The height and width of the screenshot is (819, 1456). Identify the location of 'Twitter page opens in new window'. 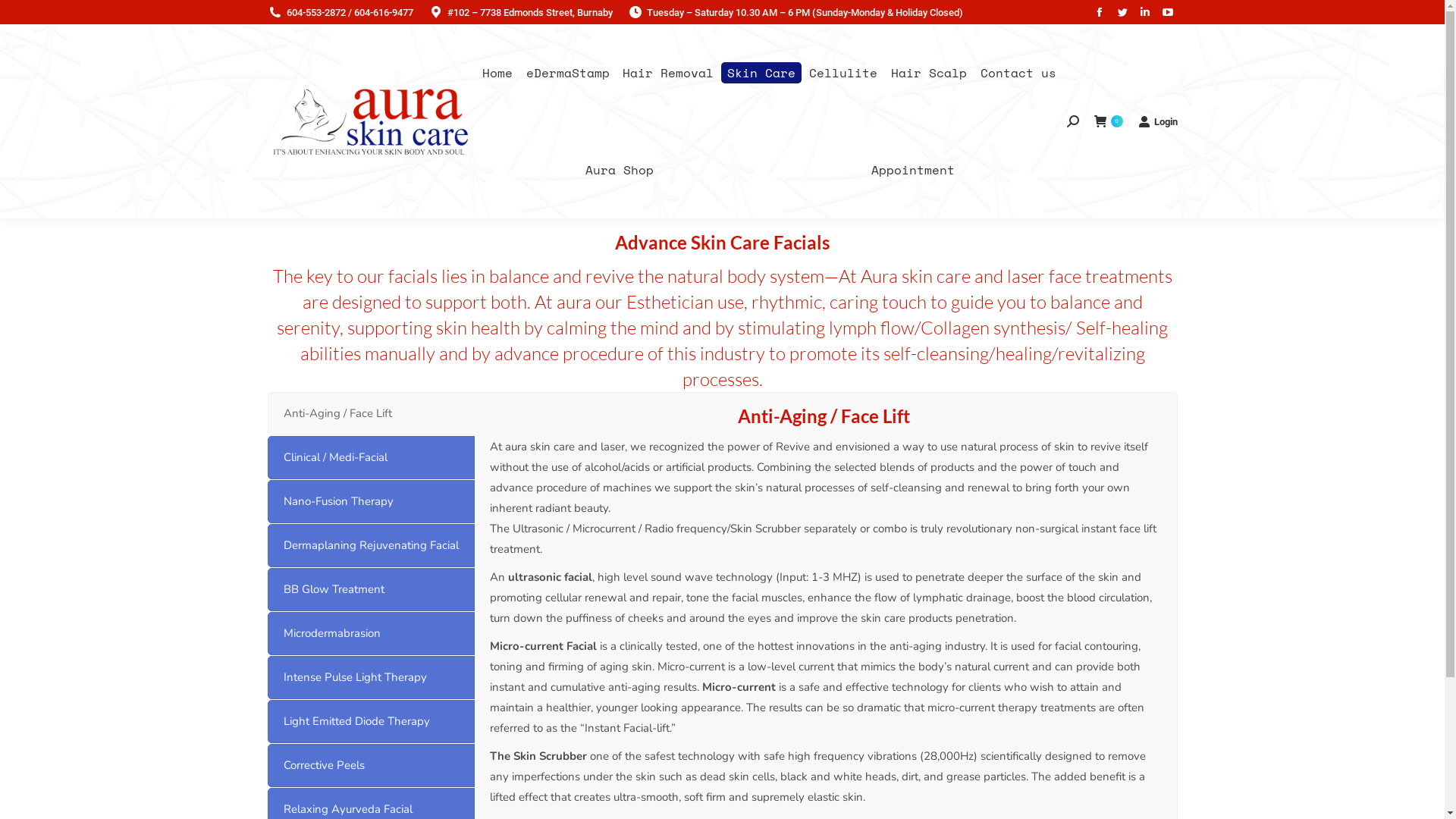
(1121, 11).